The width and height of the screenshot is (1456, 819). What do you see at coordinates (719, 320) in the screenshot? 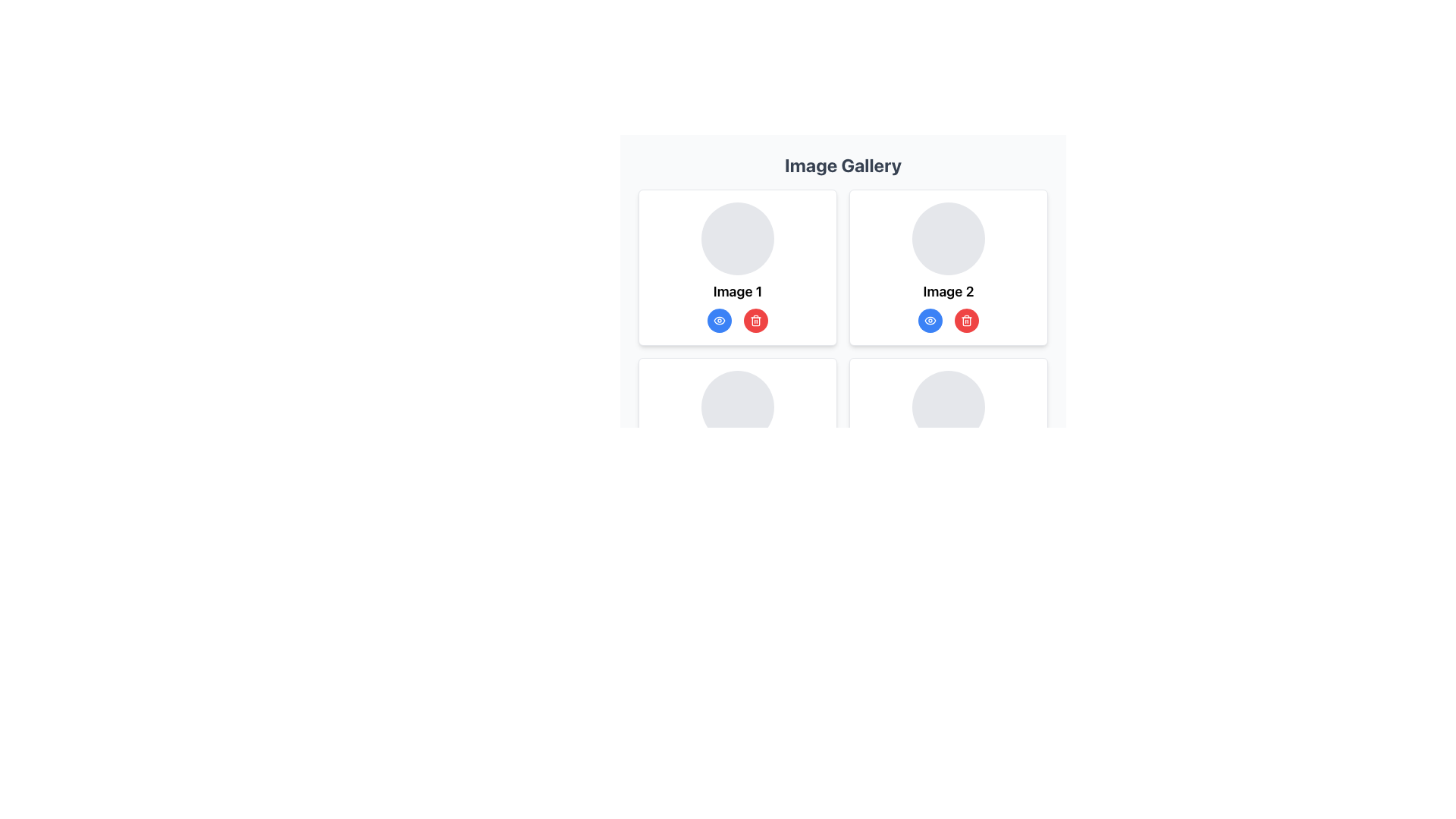
I see `the circular blue button with a white eye icon located underneath 'Image 1'` at bounding box center [719, 320].